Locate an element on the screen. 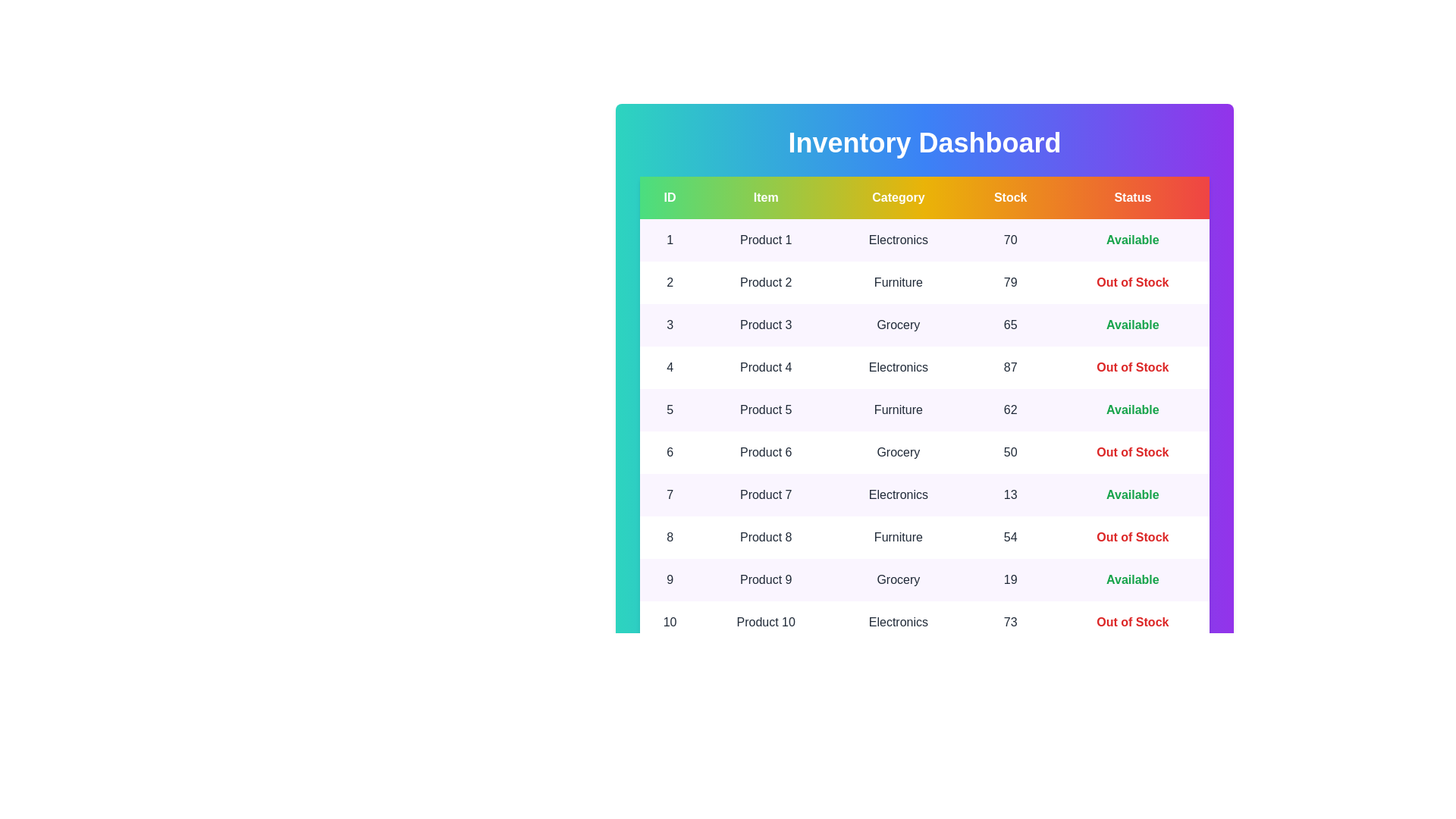 This screenshot has height=819, width=1456. the table header Category to sort the table by that column is located at coordinates (898, 197).